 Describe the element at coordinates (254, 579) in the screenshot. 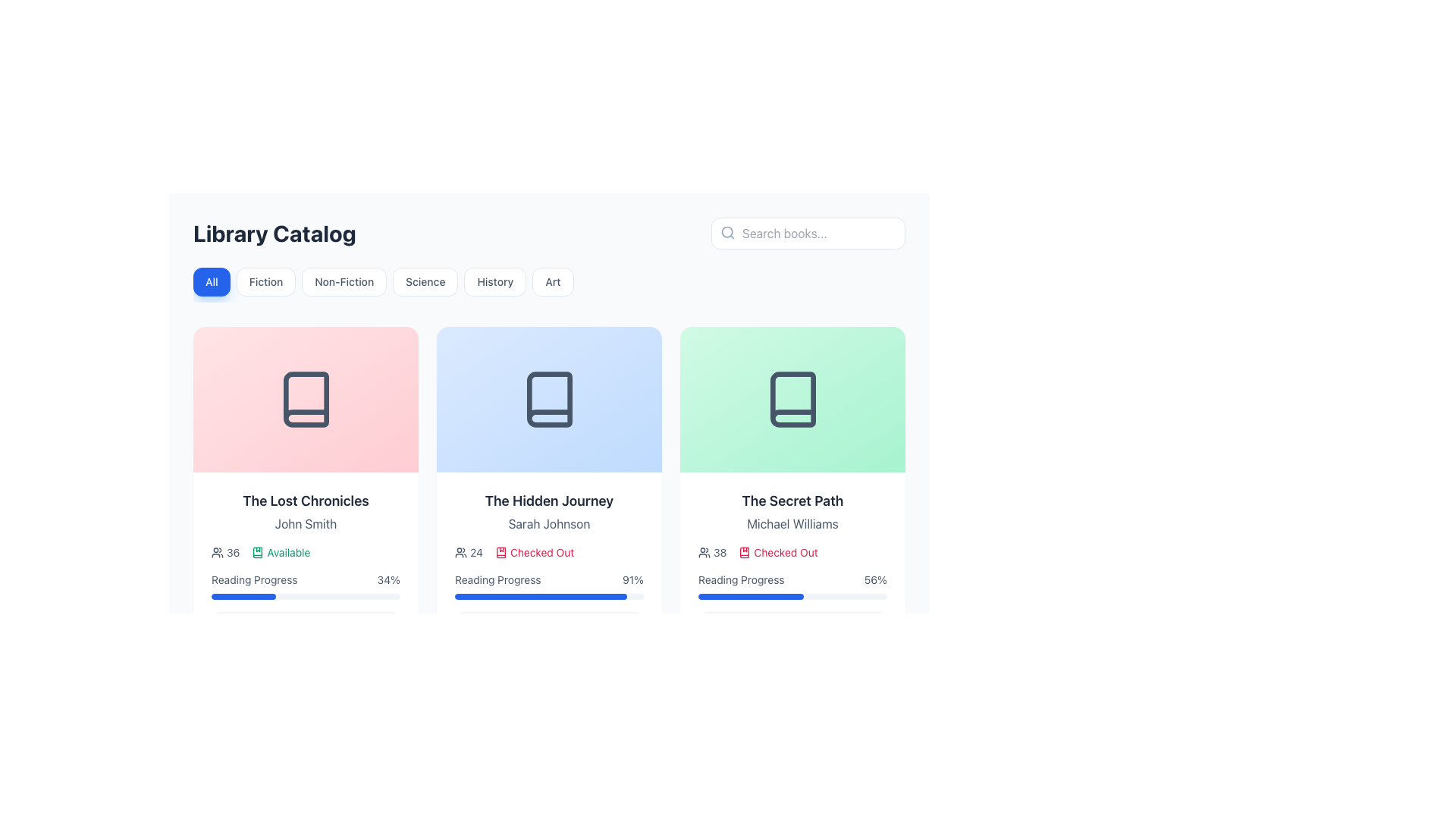

I see `the 'Reading Progress' label, which describes the percentage value and progress bar associated with it, located in the lower section of a book card in the library catalog interface` at that location.